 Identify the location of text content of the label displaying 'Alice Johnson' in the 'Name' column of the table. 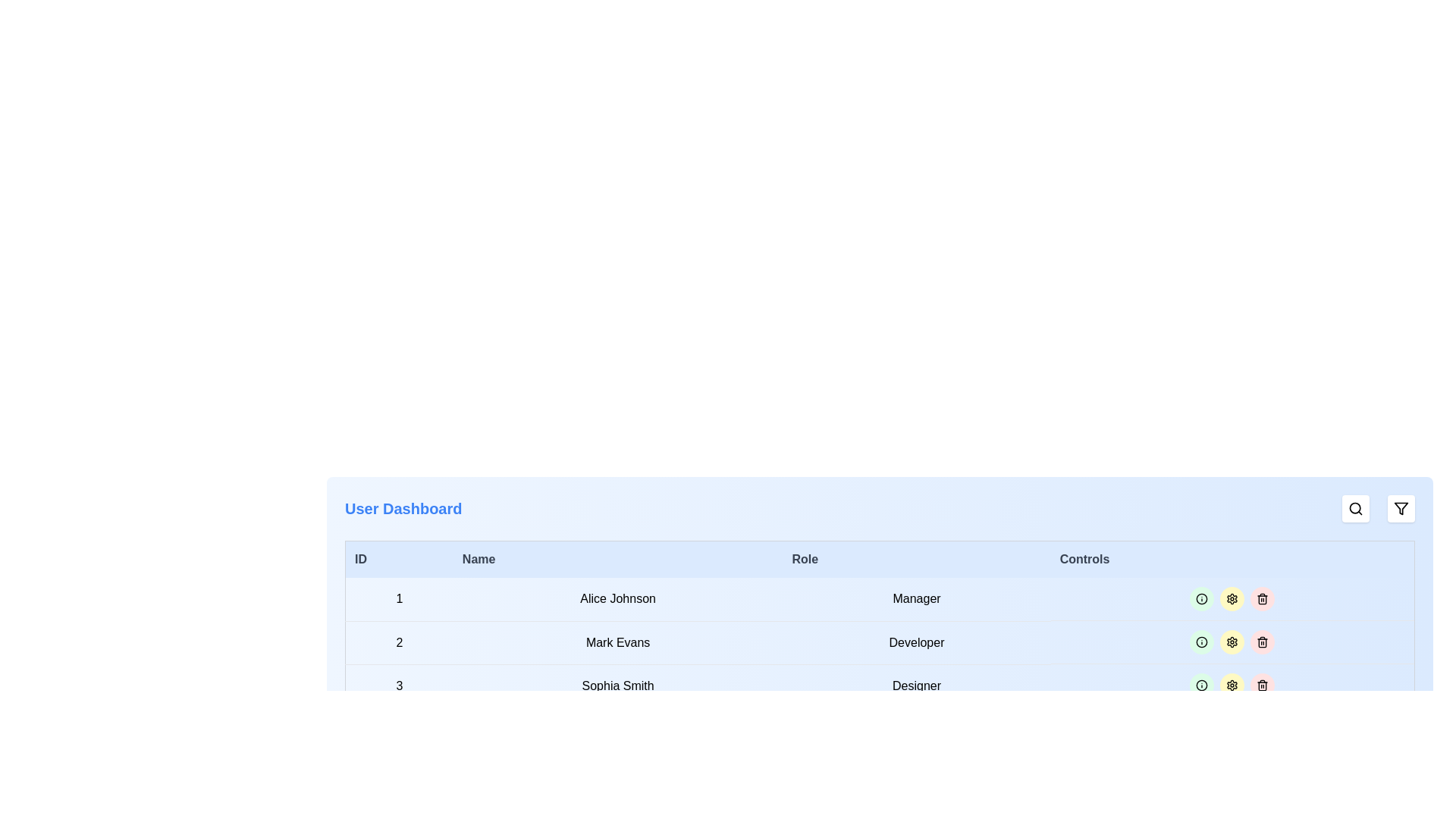
(618, 598).